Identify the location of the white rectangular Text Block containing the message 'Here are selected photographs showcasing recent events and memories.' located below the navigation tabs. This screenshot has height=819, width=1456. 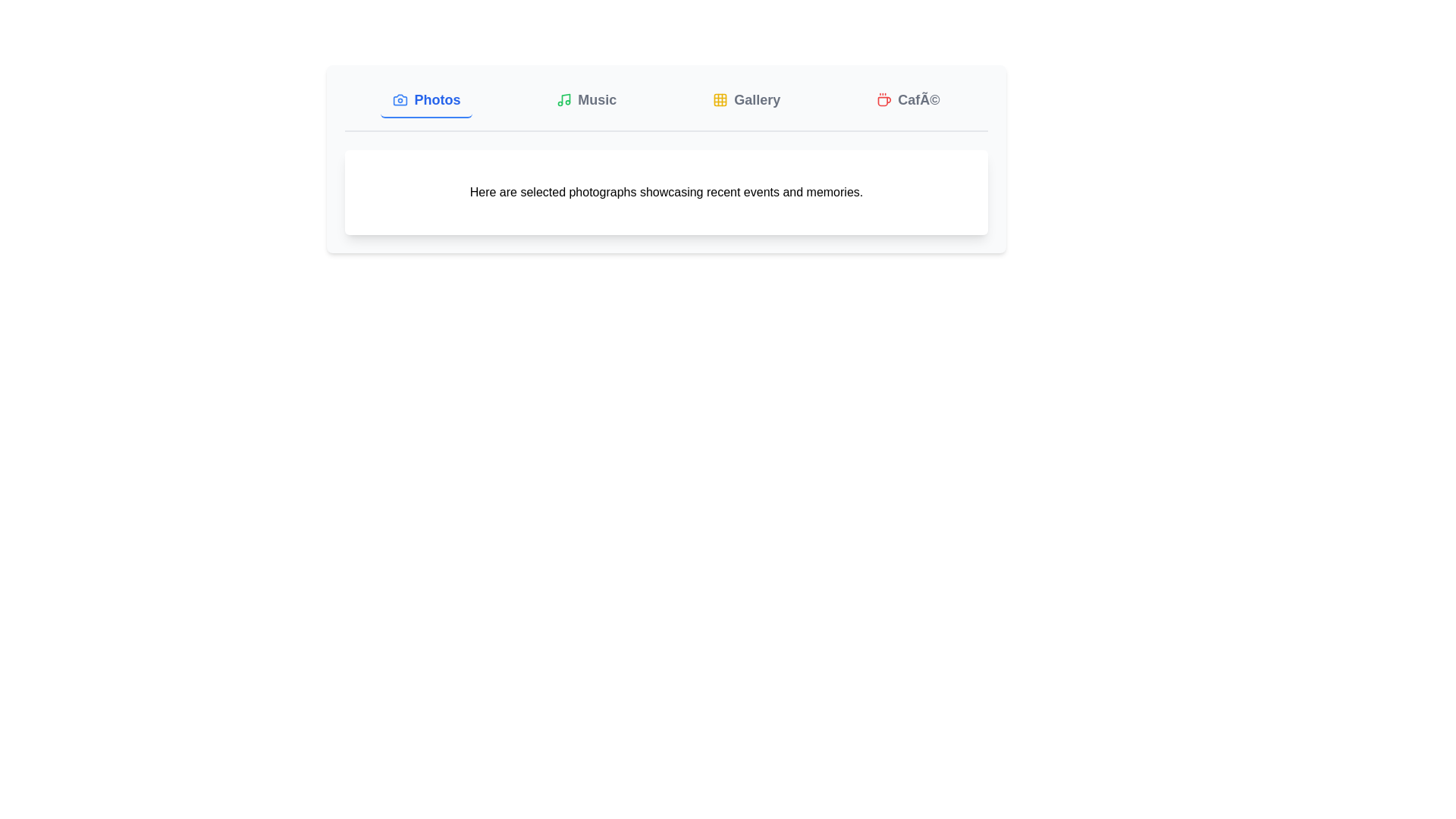
(666, 192).